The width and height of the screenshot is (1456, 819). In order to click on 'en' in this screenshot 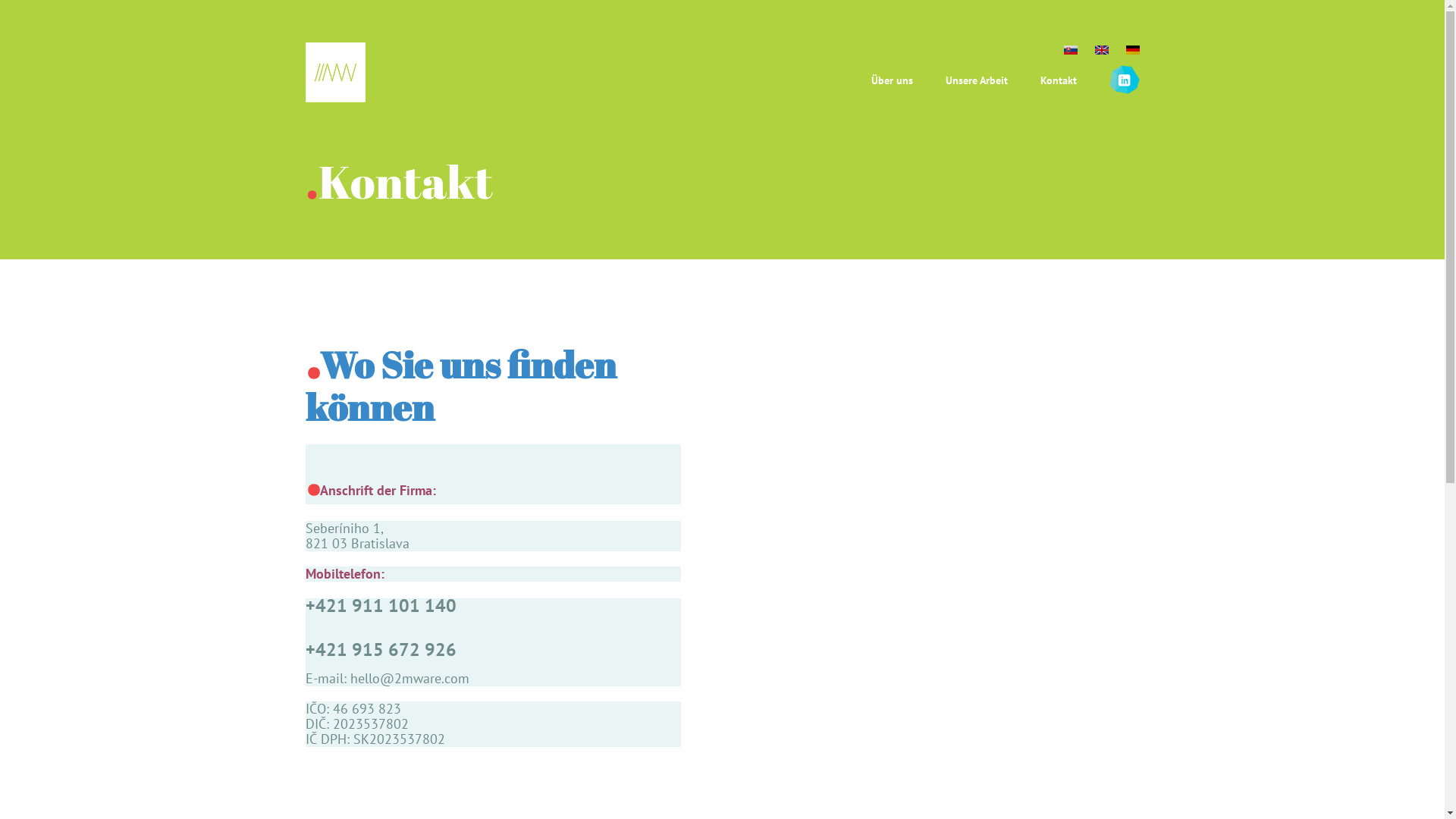, I will do `click(1102, 49)`.